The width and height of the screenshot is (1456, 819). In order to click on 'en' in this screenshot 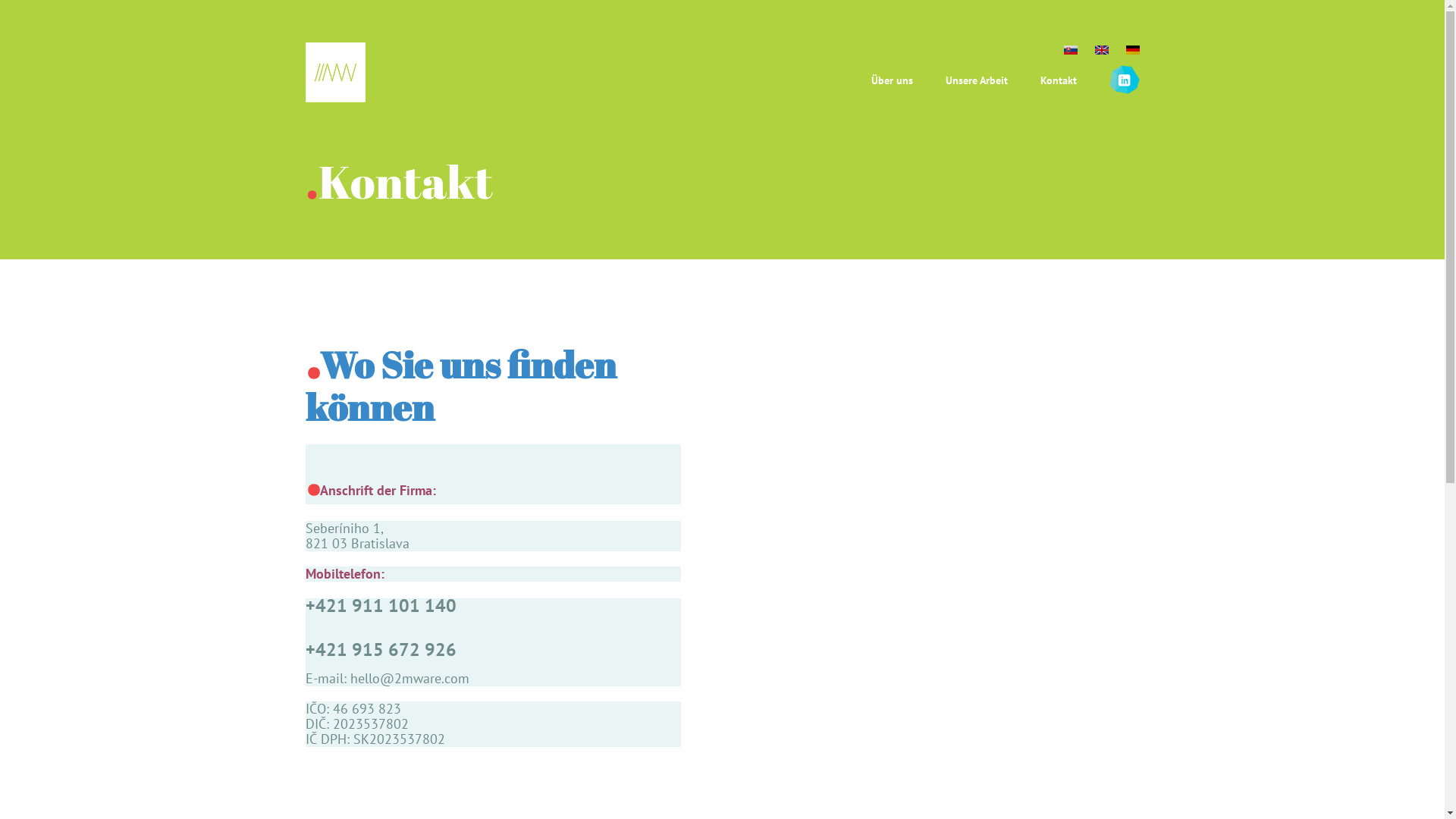, I will do `click(1102, 49)`.